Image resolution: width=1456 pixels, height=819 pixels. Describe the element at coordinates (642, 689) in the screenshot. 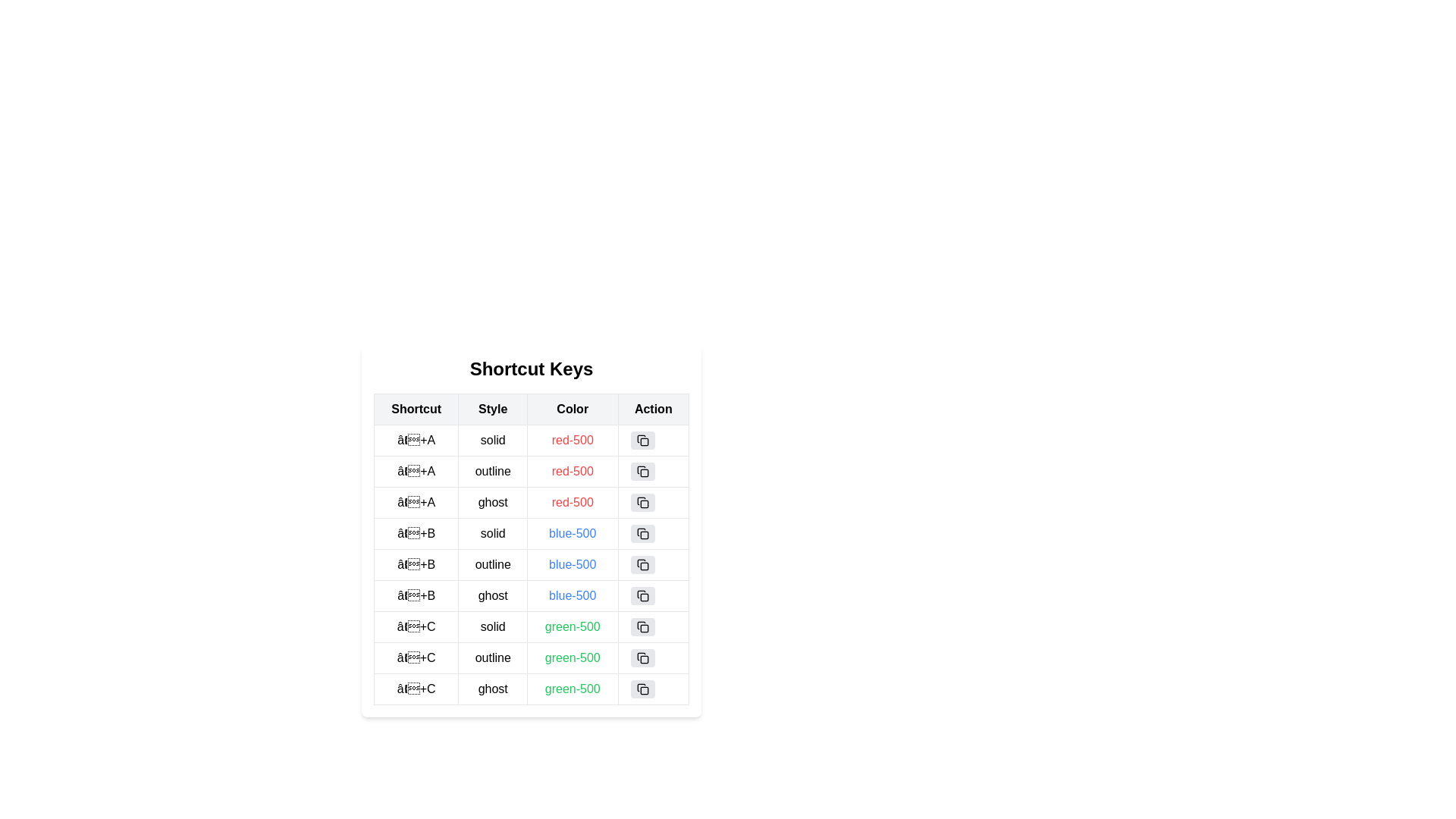

I see `the clipboard SVG icon located in the 'Action' column of the last row of the table` at that location.